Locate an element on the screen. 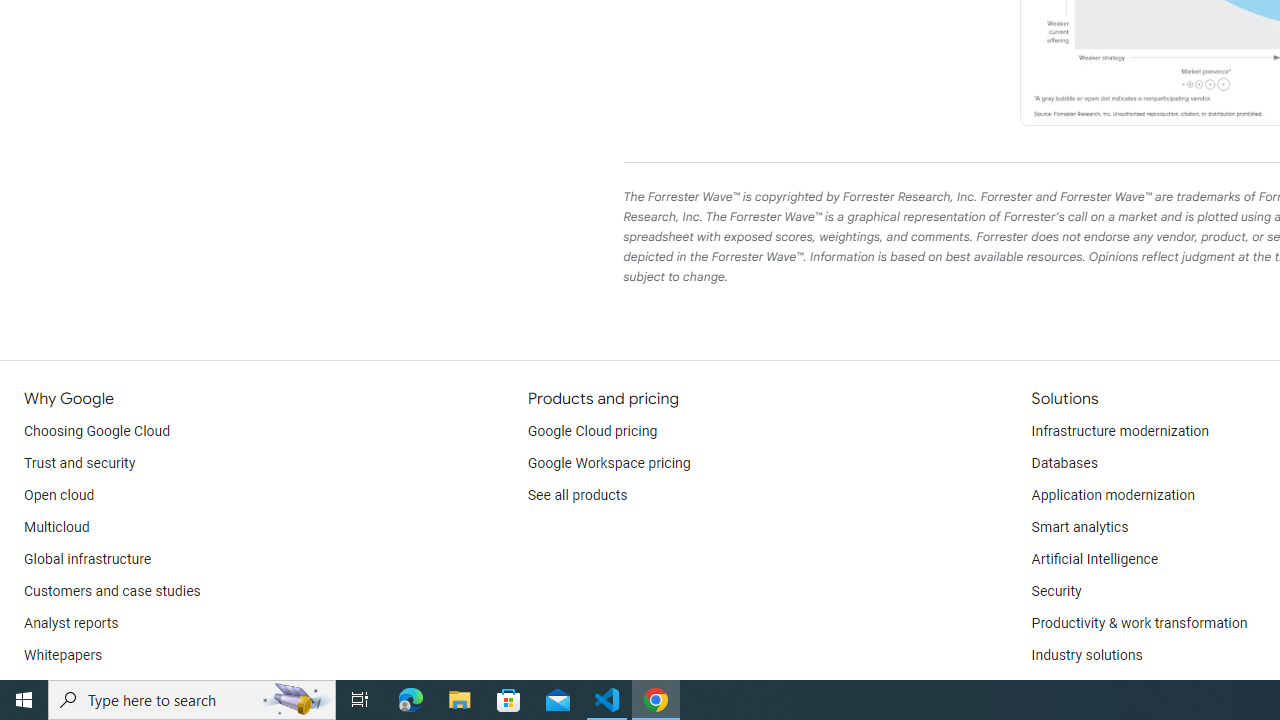 This screenshot has height=720, width=1280. 'Analyst reports' is located at coordinates (71, 622).